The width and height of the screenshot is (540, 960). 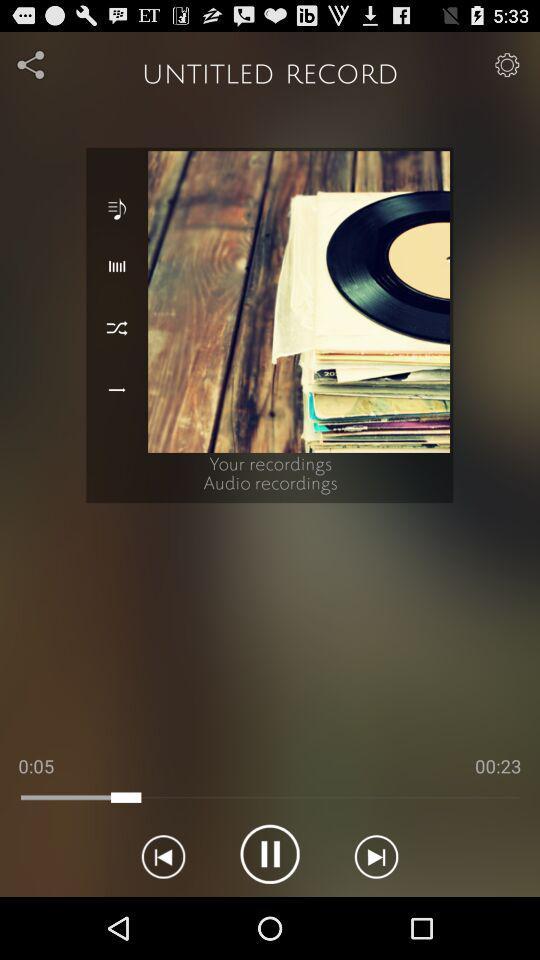 I want to click on share, so click(x=31, y=64).